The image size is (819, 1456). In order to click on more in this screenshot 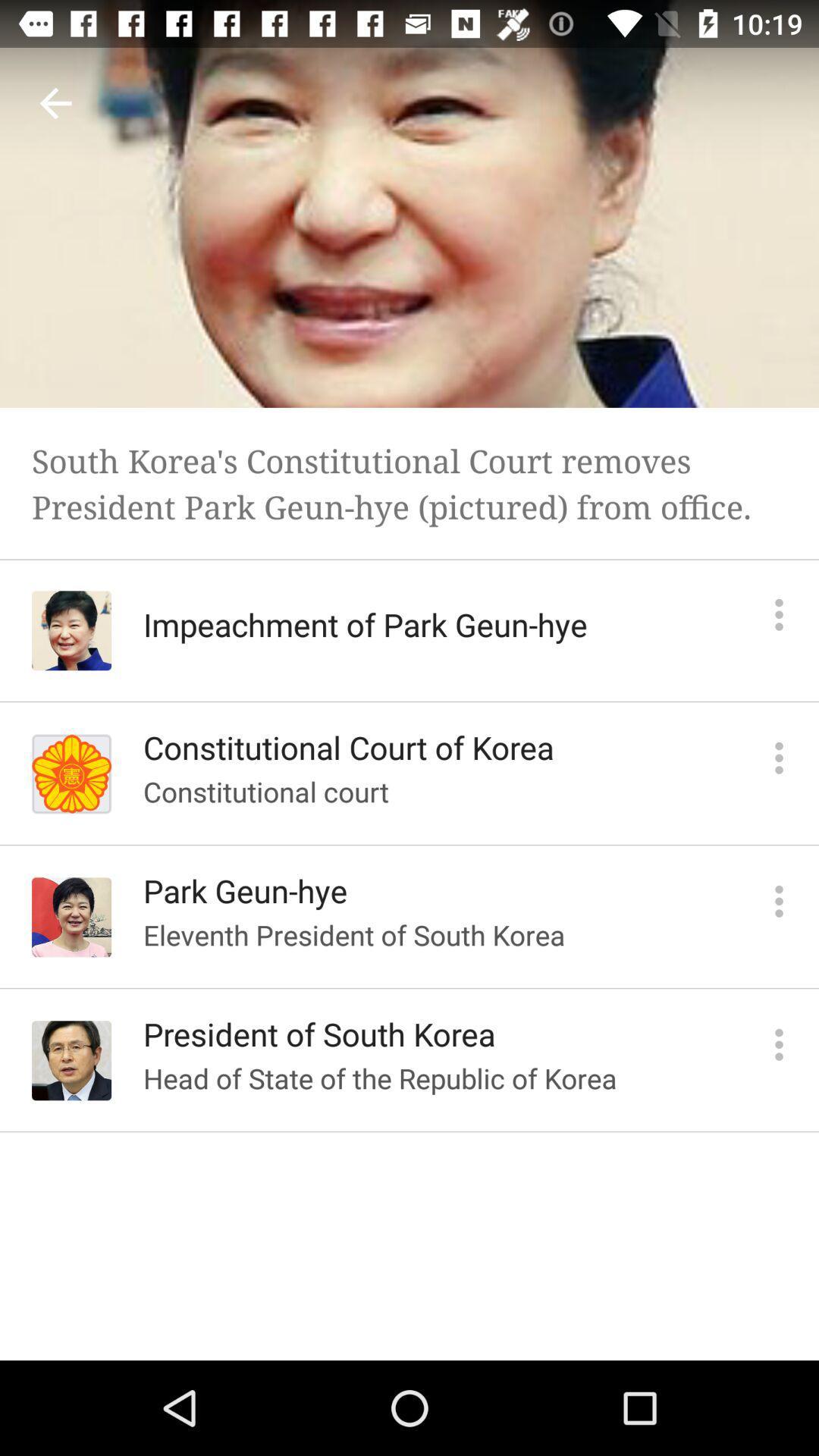, I will do `click(779, 614)`.